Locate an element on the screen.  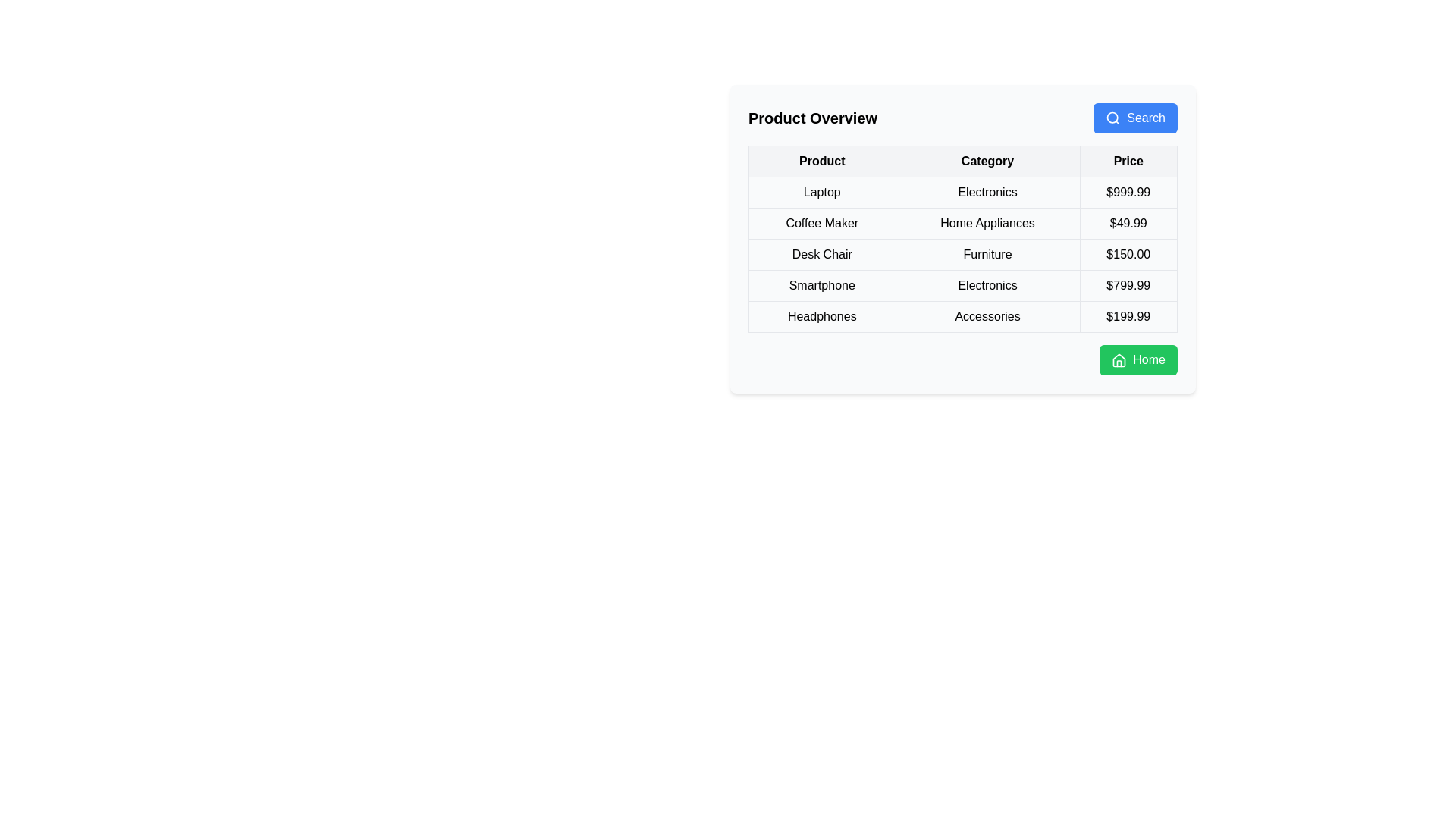
the text label 'Electronics' in the table, which is located under the 'Category' column, positioned between 'Product' and 'Price' is located at coordinates (962, 192).